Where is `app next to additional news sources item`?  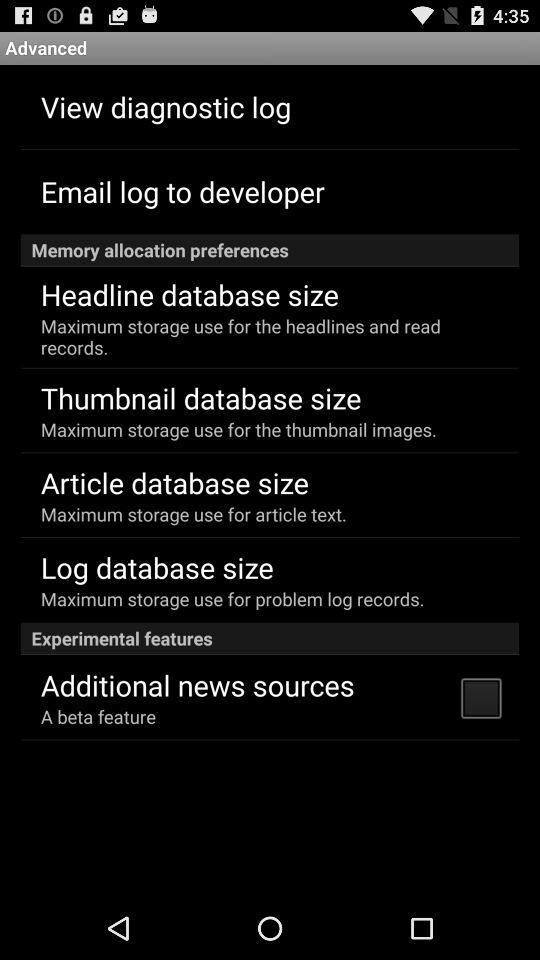
app next to additional news sources item is located at coordinates (479, 697).